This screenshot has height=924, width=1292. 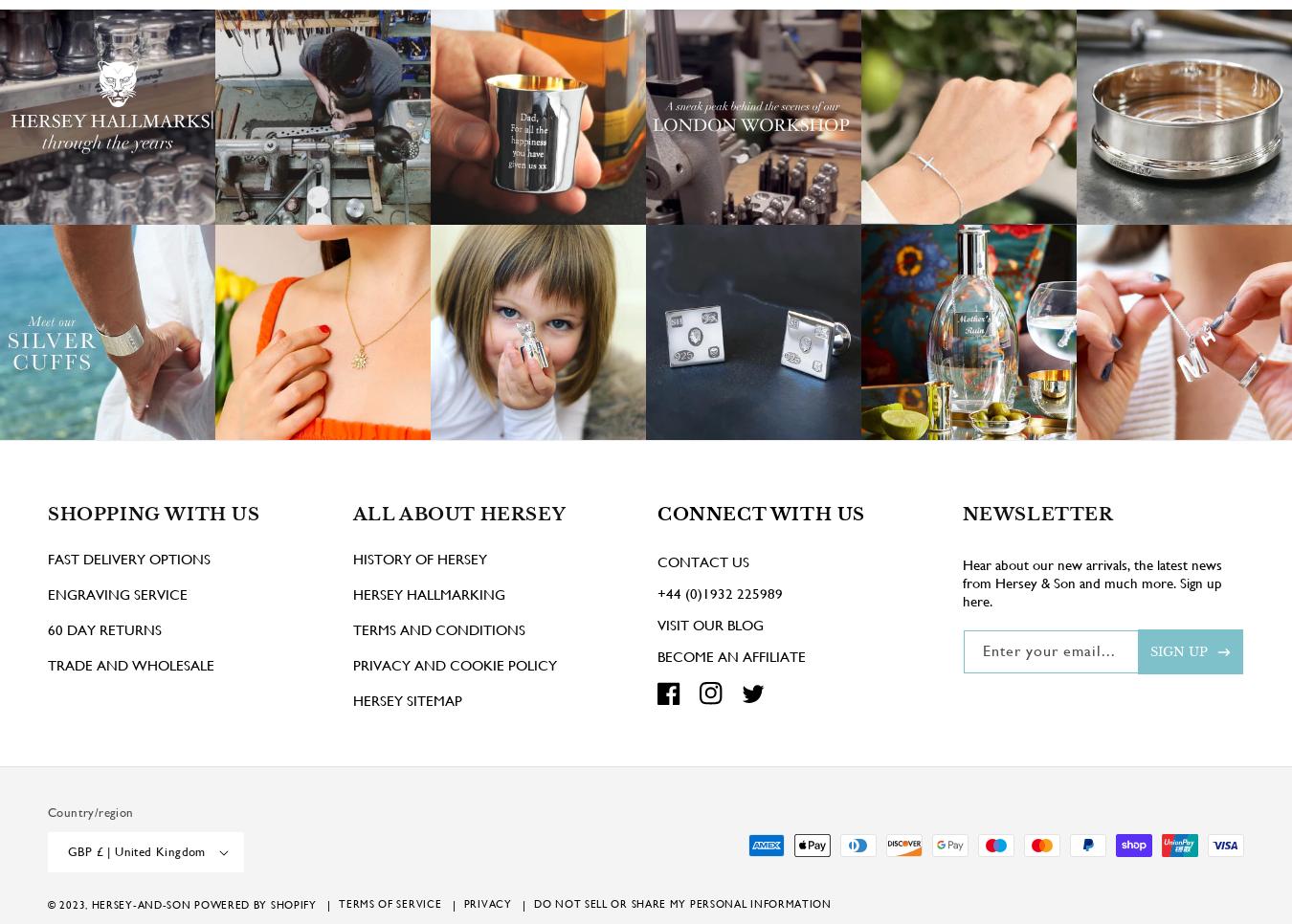 I want to click on 'GBP
      £ | United Kingdom', so click(x=136, y=878).